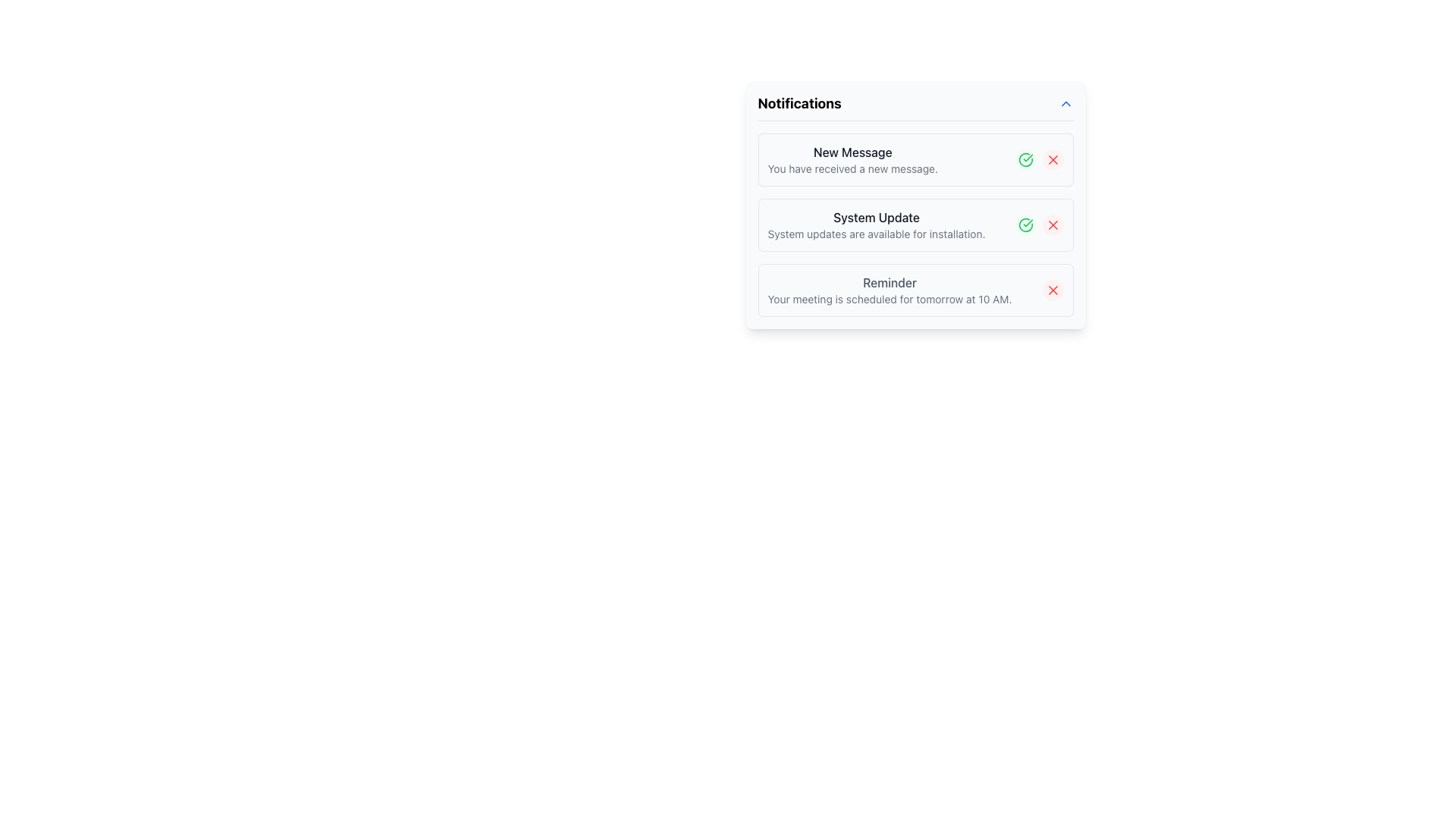  I want to click on text snippet that states 'You have received a new message.' located below the 'New Message' heading in the notification card, so click(852, 169).